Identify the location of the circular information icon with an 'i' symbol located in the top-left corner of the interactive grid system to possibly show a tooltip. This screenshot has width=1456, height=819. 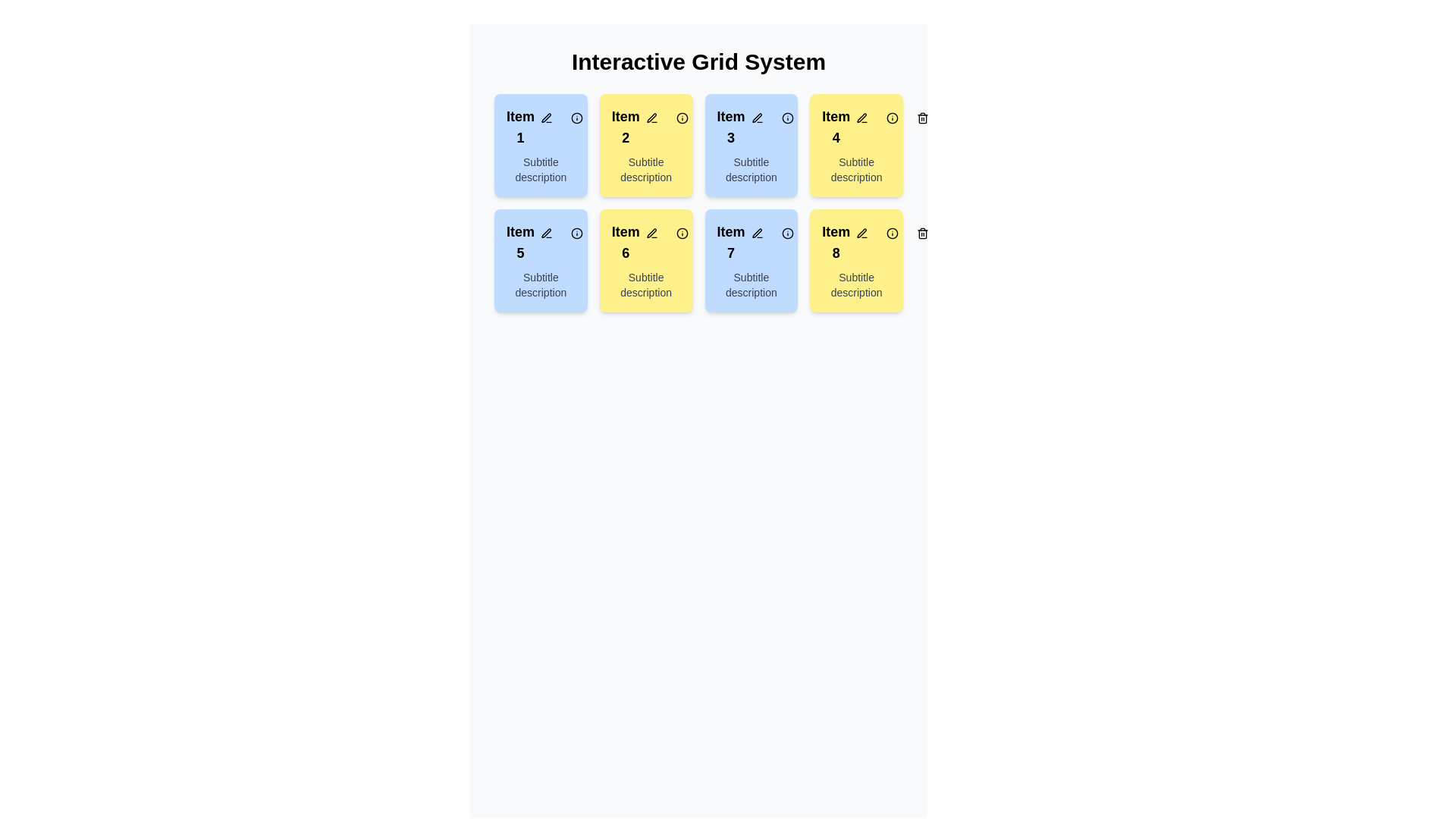
(576, 117).